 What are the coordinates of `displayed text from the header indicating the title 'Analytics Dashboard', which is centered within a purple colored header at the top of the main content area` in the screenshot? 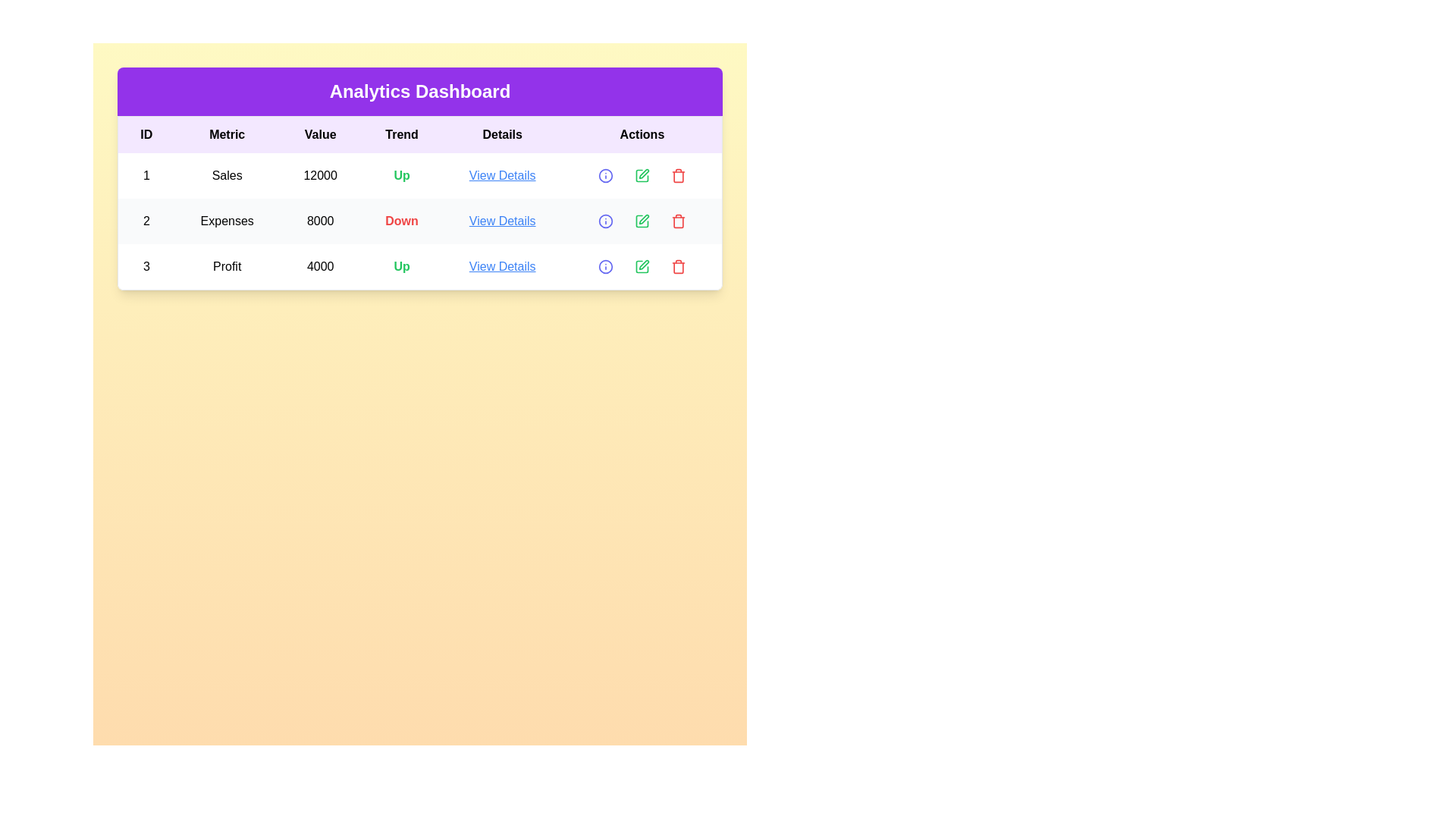 It's located at (419, 91).